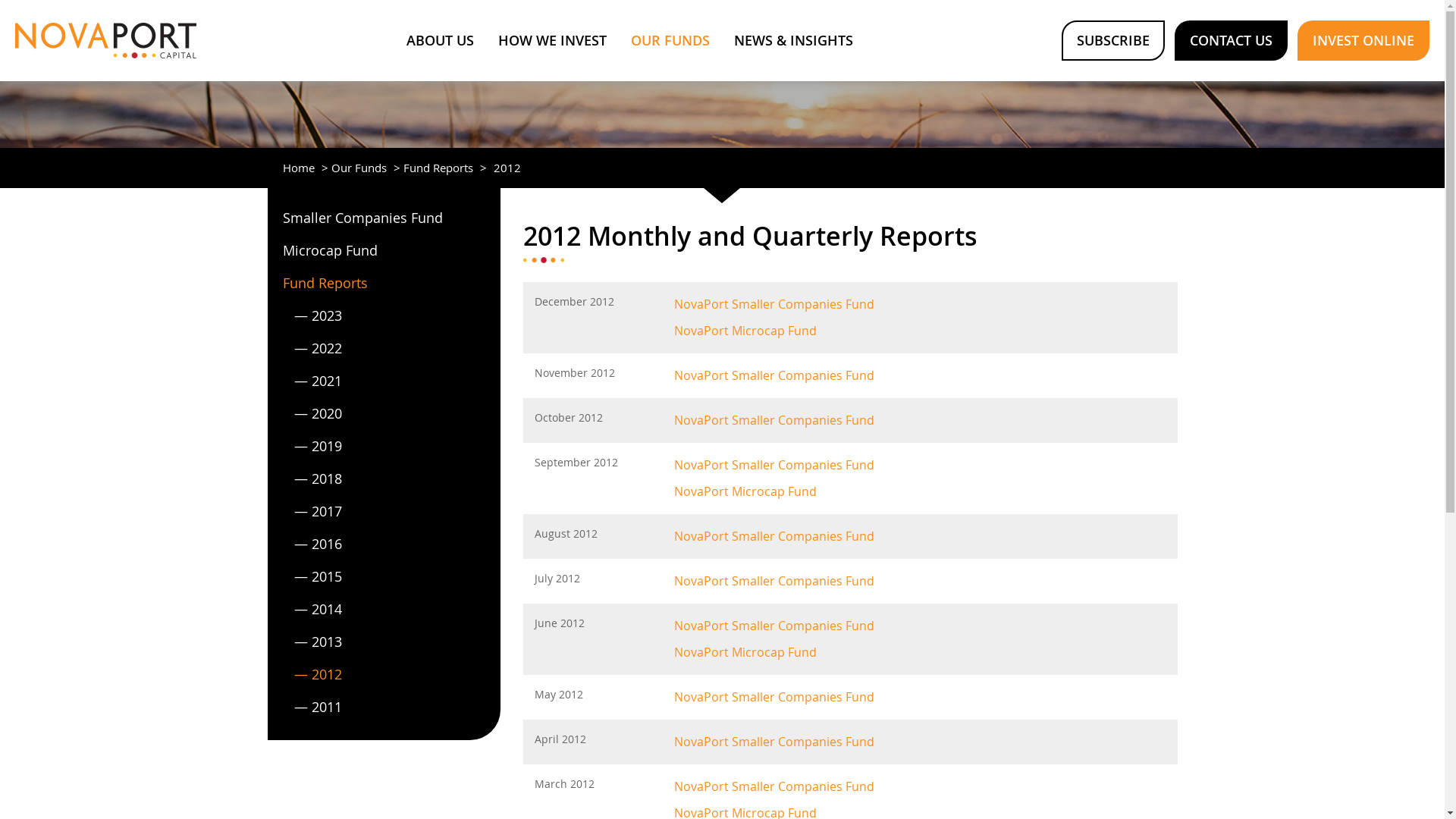  Describe the element at coordinates (282, 537) in the screenshot. I see `'2016'` at that location.